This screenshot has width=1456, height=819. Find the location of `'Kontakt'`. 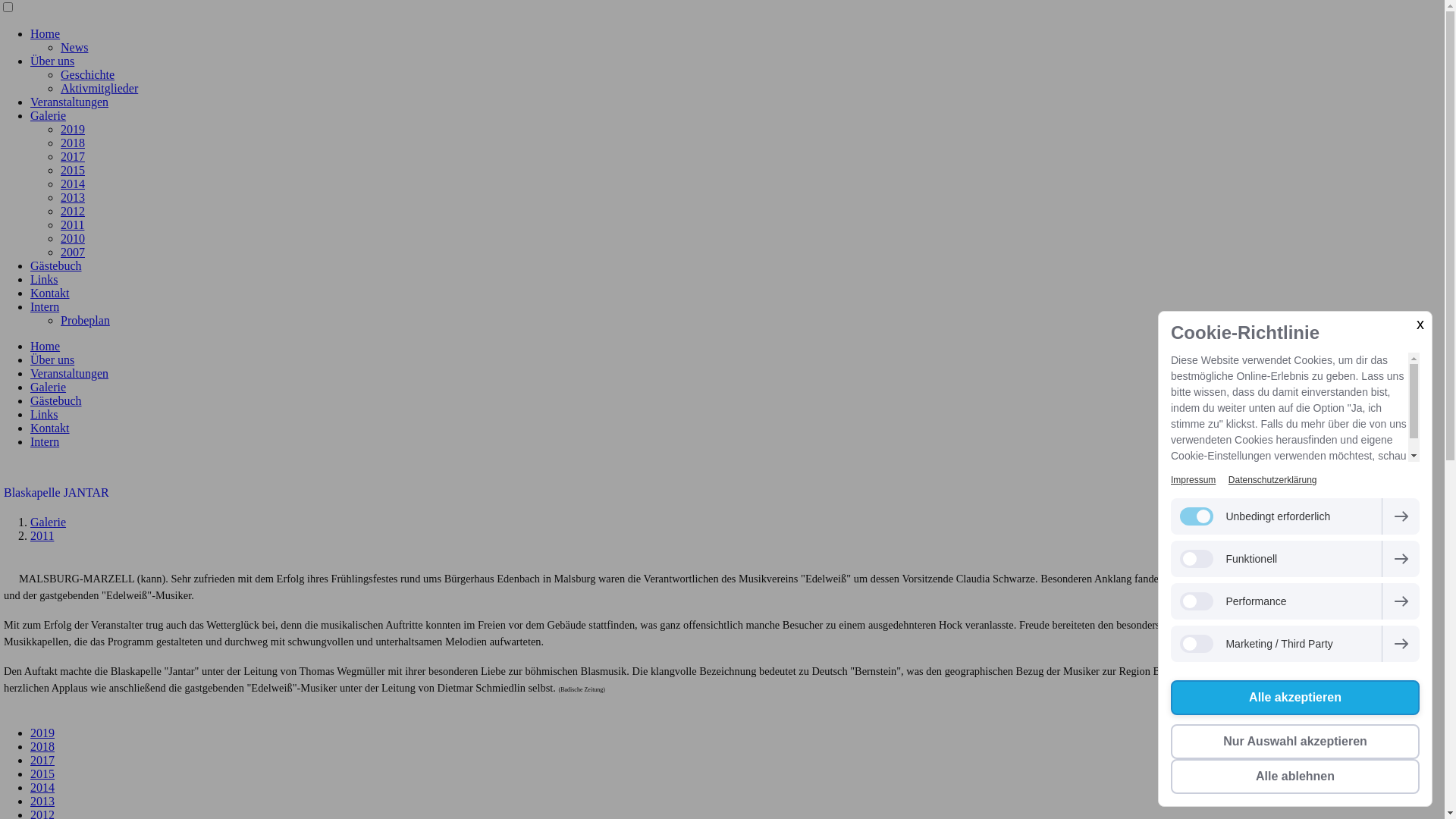

'Kontakt' is located at coordinates (50, 428).